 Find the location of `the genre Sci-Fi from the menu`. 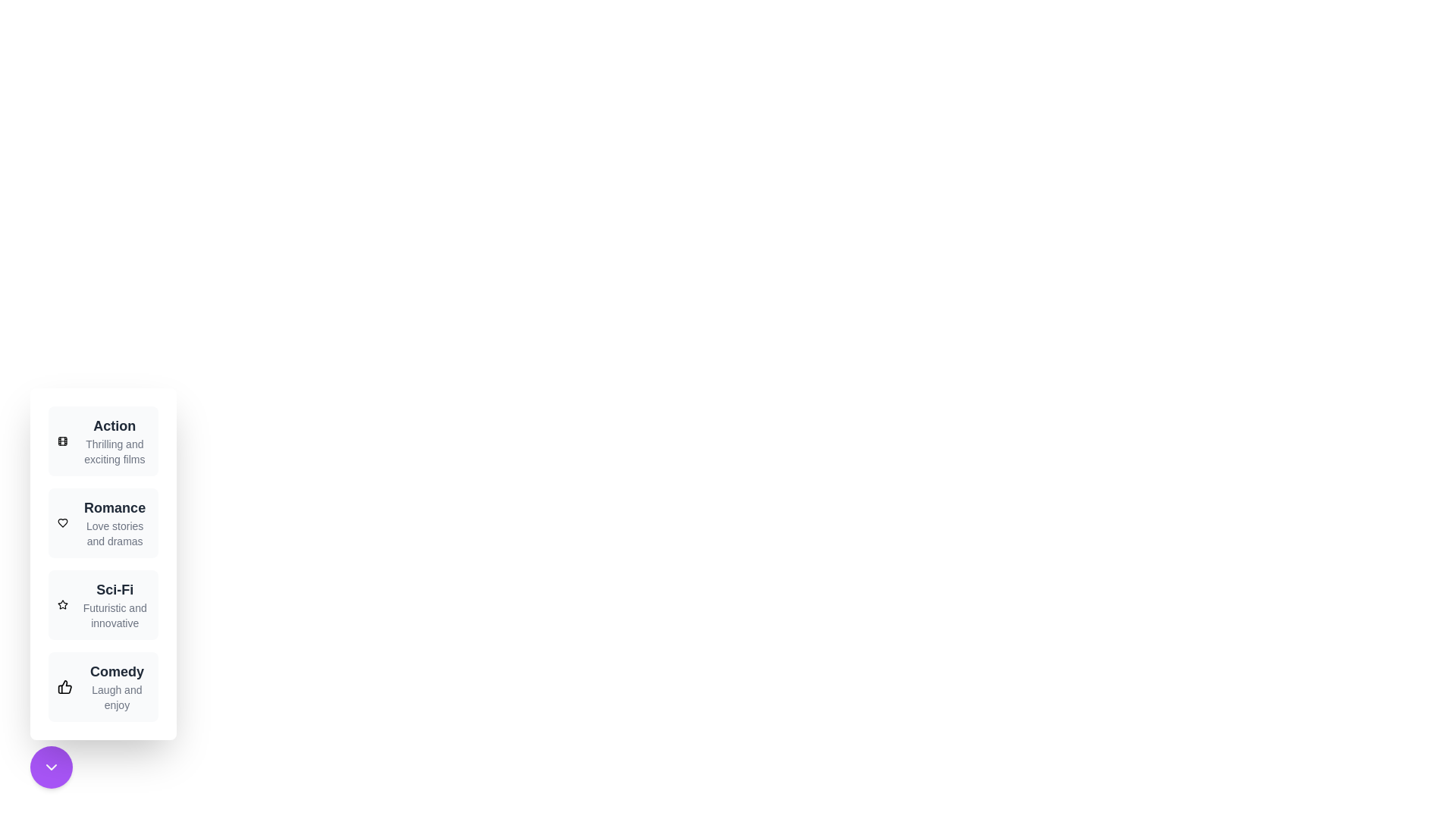

the genre Sci-Fi from the menu is located at coordinates (102, 604).